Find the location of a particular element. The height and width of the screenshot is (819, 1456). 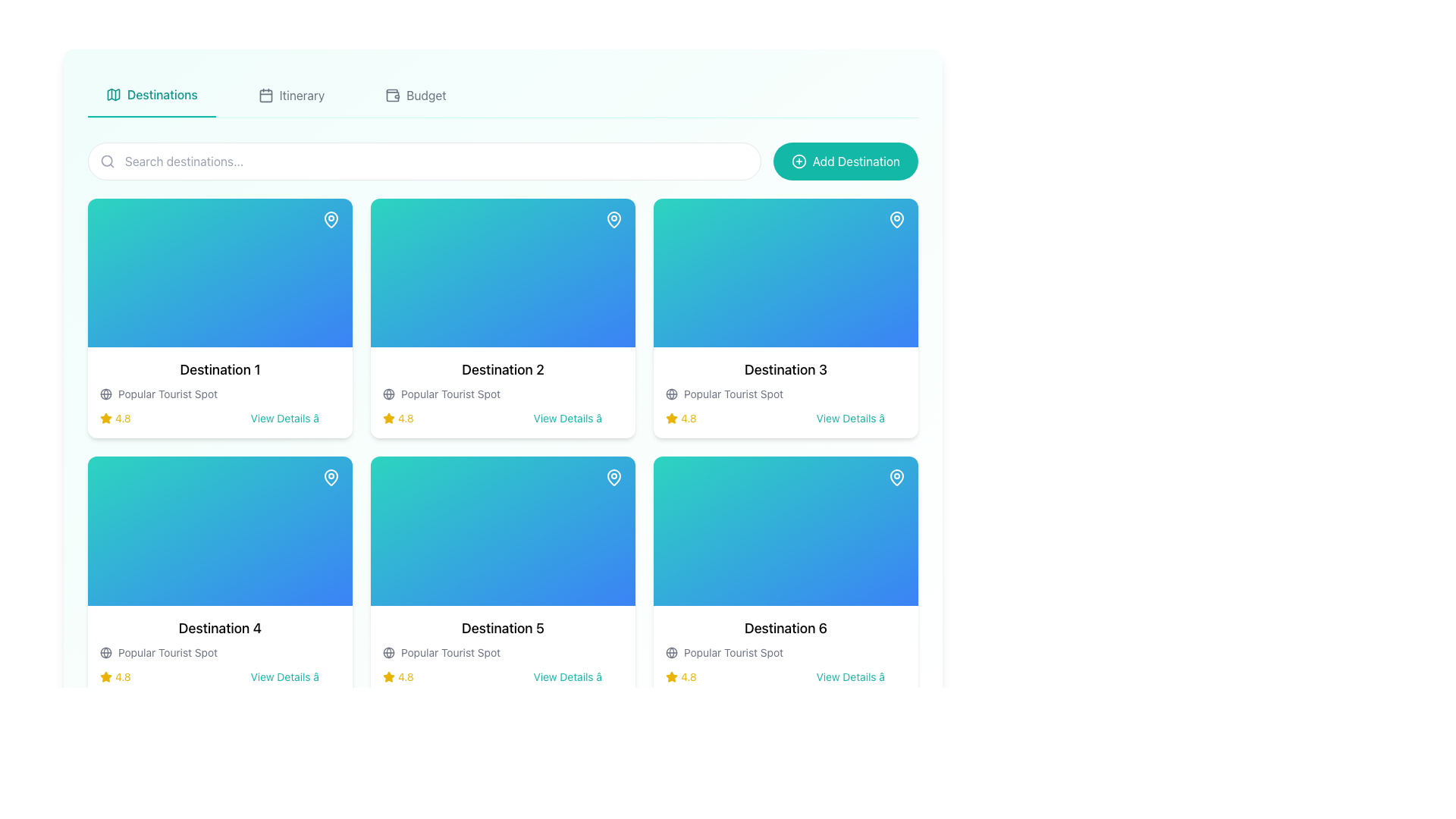

the card element representing 'Destination 3' in the gallery to observe the details about it is located at coordinates (786, 318).